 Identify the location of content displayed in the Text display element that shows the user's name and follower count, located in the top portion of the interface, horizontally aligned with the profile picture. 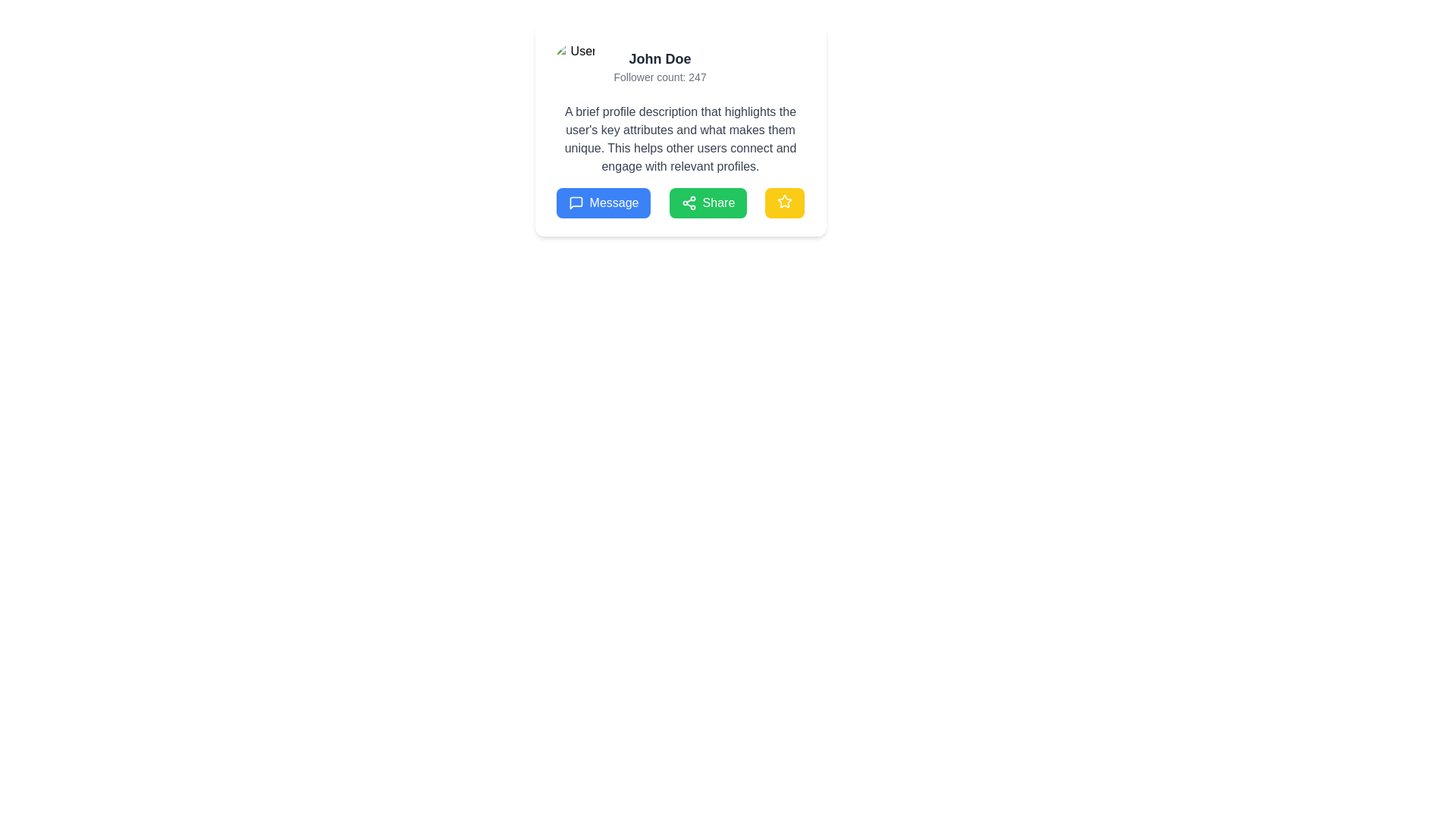
(660, 66).